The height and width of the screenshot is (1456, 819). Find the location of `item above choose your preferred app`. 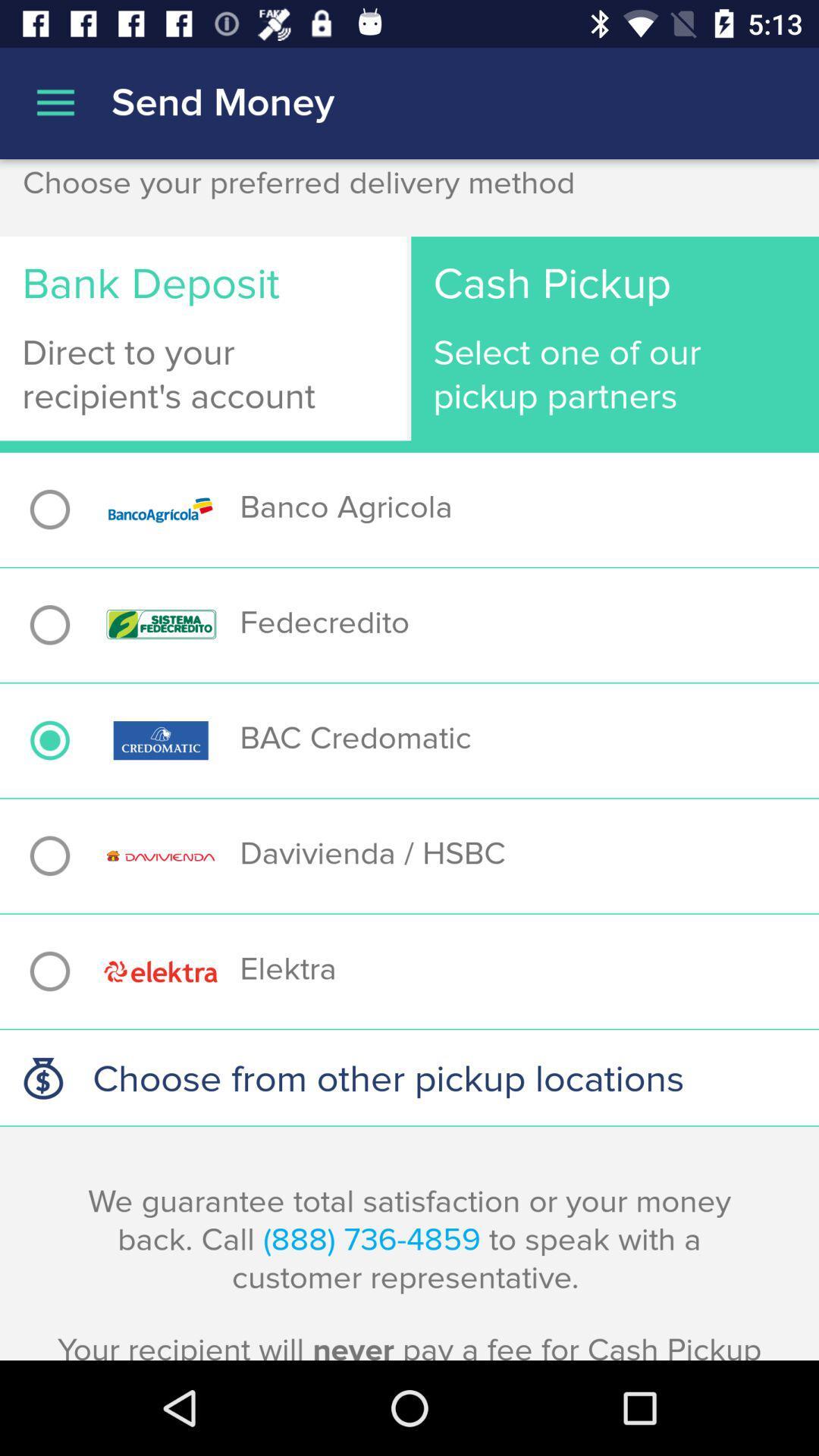

item above choose your preferred app is located at coordinates (773, 162).